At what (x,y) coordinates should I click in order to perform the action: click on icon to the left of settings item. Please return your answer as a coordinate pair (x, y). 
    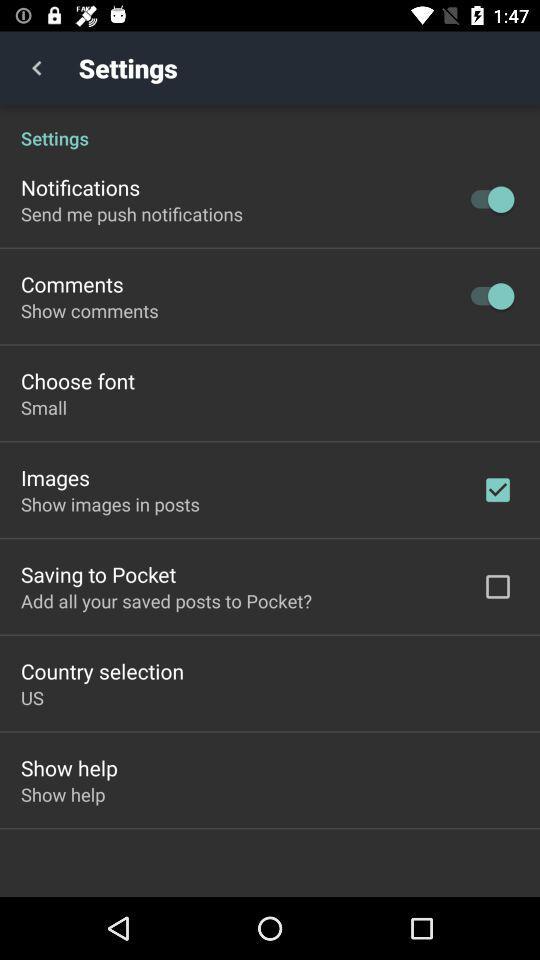
    Looking at the image, I should click on (36, 68).